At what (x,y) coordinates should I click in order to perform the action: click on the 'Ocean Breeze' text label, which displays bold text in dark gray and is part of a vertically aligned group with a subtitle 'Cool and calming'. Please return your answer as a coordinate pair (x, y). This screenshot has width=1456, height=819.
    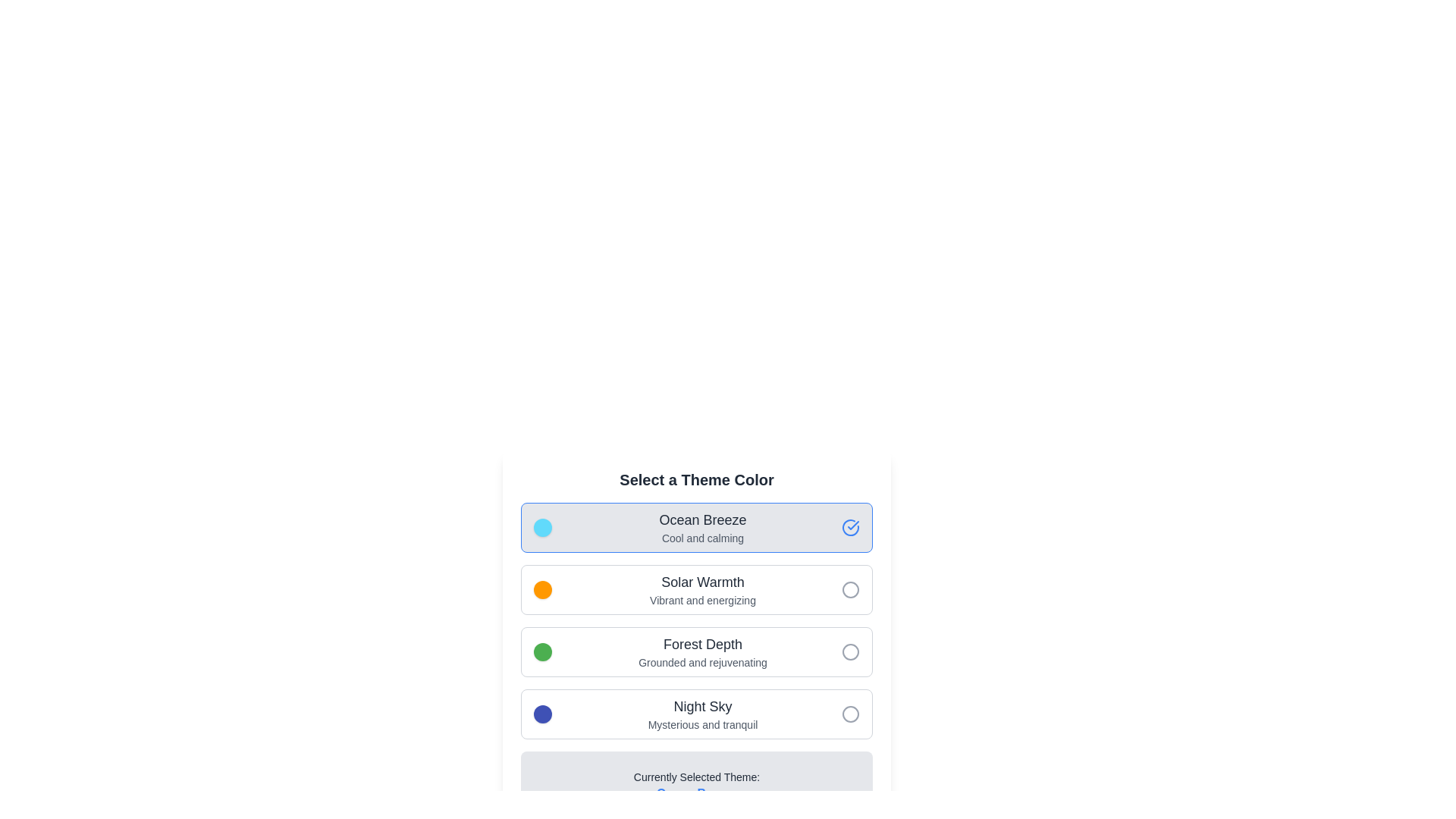
    Looking at the image, I should click on (701, 519).